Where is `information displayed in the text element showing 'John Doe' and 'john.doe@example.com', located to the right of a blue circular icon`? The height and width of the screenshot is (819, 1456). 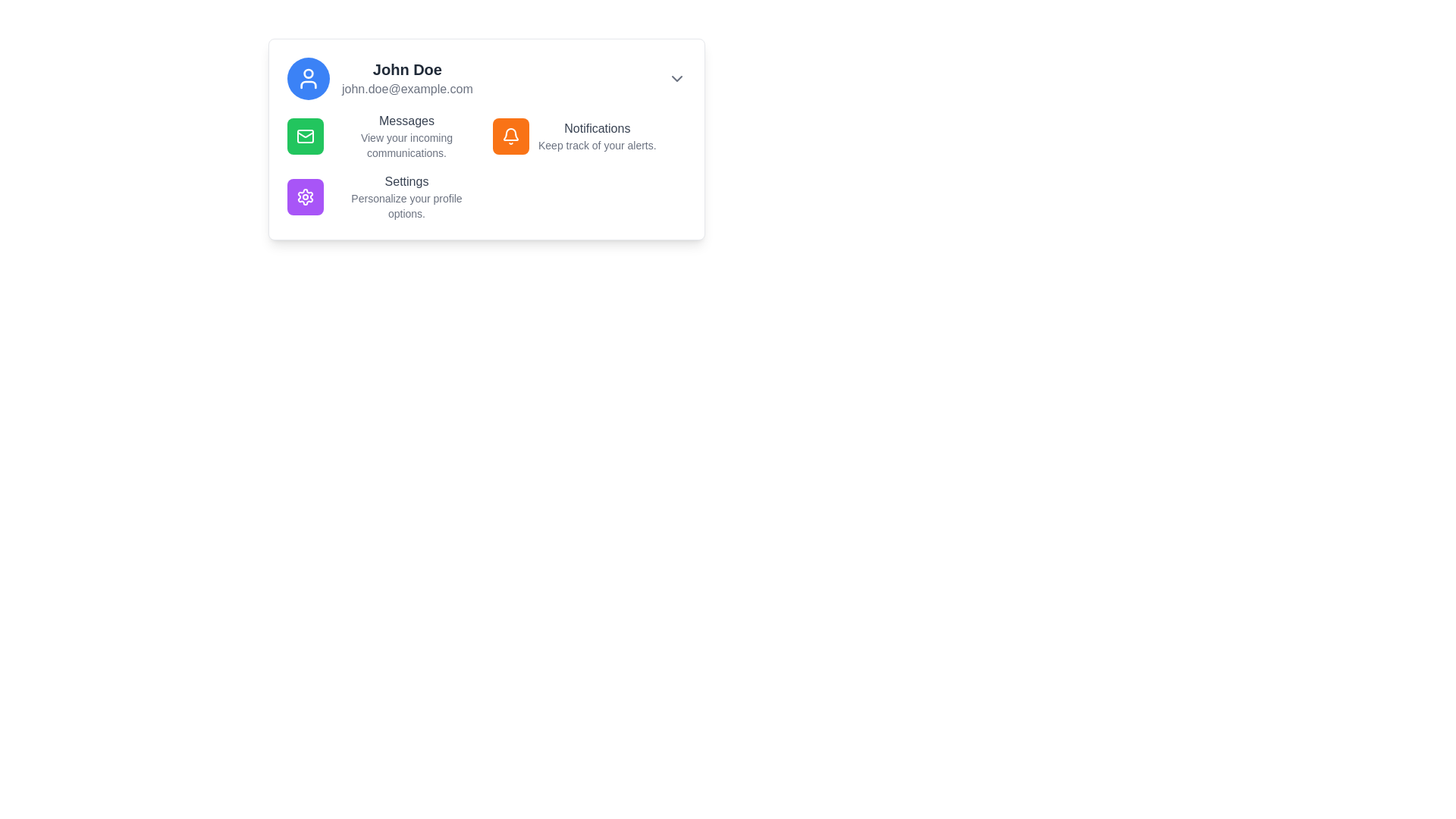 information displayed in the text element showing 'John Doe' and 'john.doe@example.com', located to the right of a blue circular icon is located at coordinates (407, 79).